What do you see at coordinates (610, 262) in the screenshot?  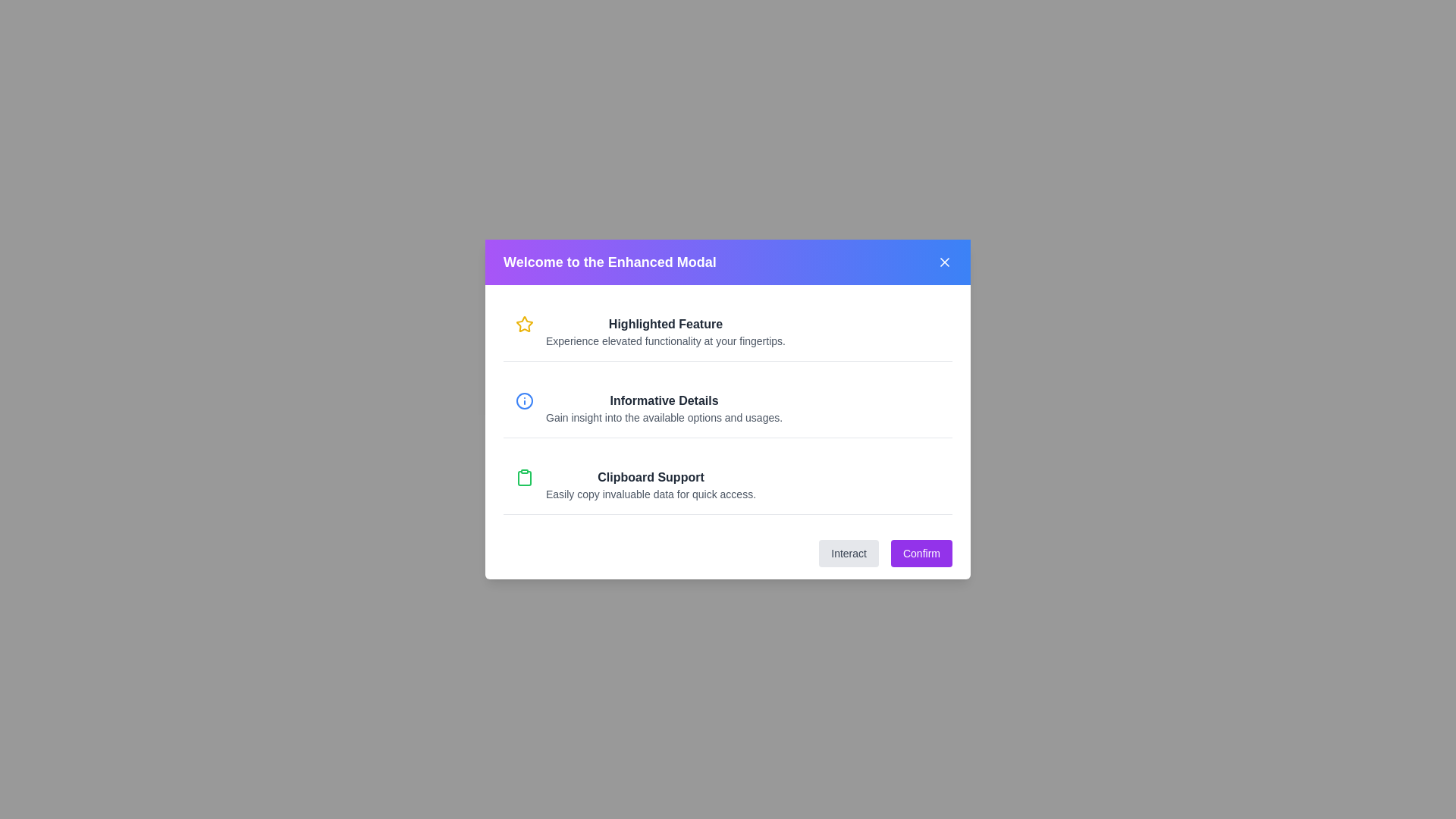 I see `the static text label that serves as the title of the modal dialog, positioned at the top center of the modal window, left of the close button` at bounding box center [610, 262].